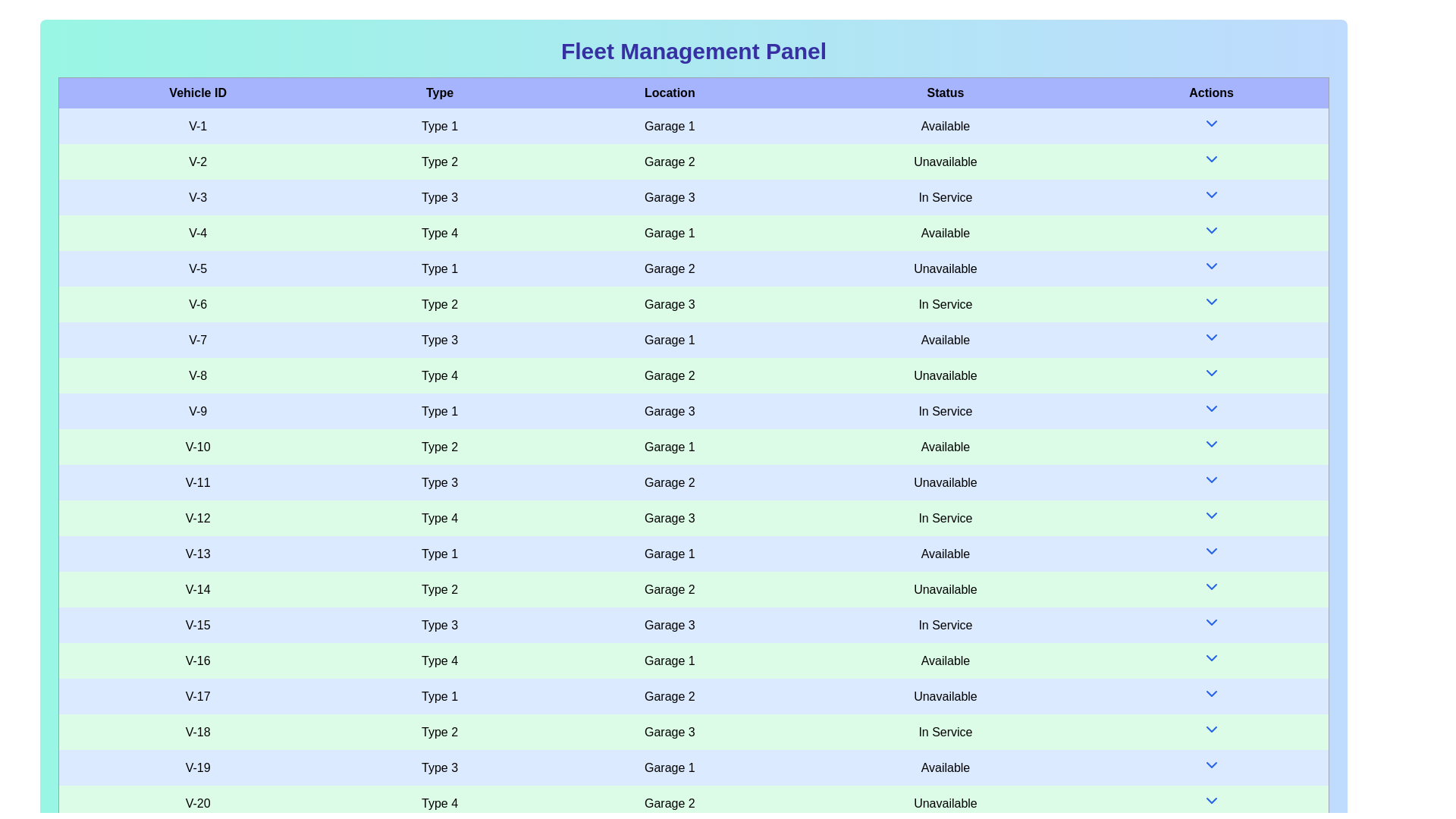 The height and width of the screenshot is (819, 1456). I want to click on the column header 'Status' to sort the table by that column, so click(944, 93).